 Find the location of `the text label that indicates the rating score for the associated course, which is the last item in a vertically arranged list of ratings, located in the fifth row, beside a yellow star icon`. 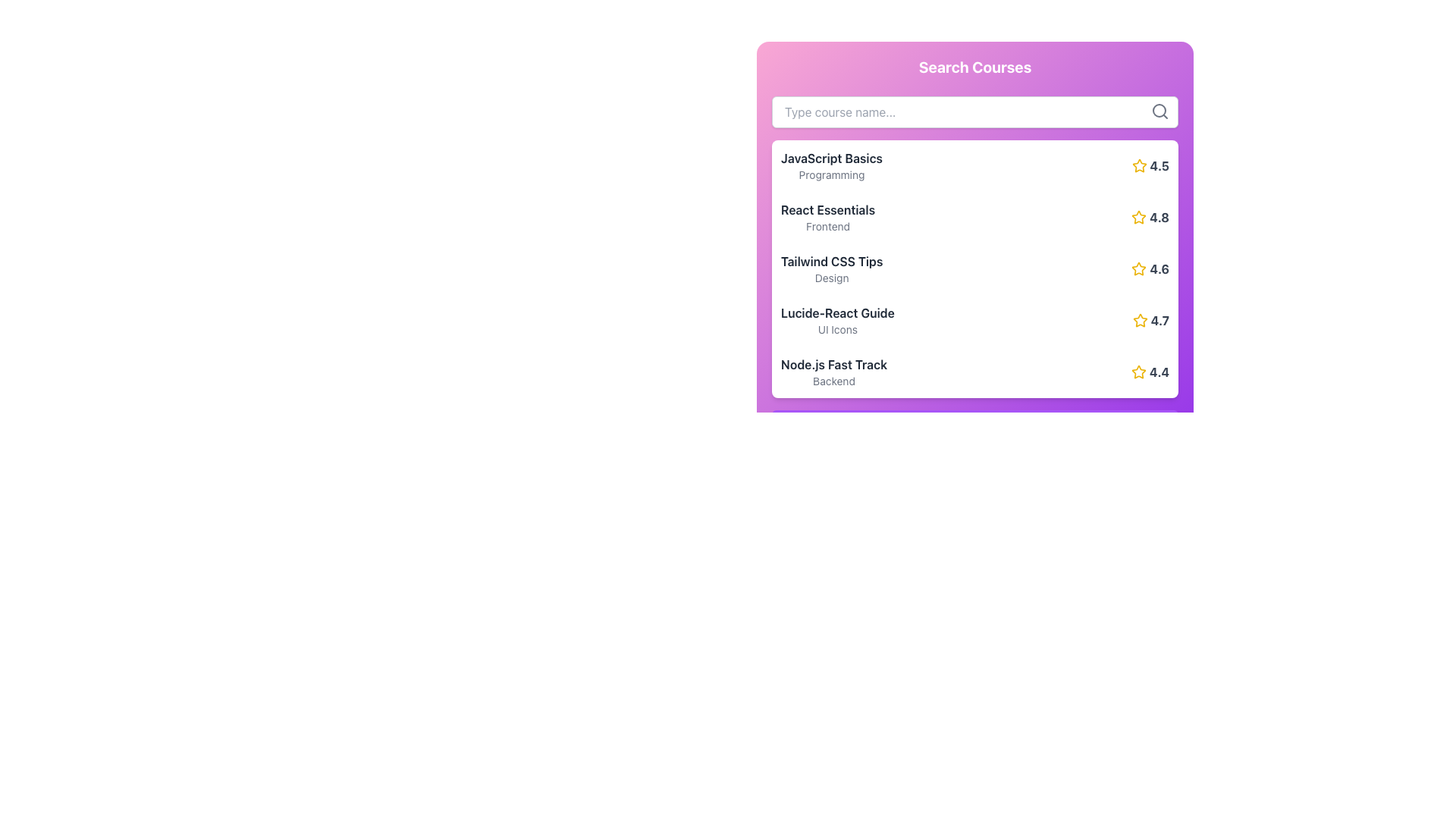

the text label that indicates the rating score for the associated course, which is the last item in a vertically arranged list of ratings, located in the fifth row, beside a yellow star icon is located at coordinates (1158, 372).